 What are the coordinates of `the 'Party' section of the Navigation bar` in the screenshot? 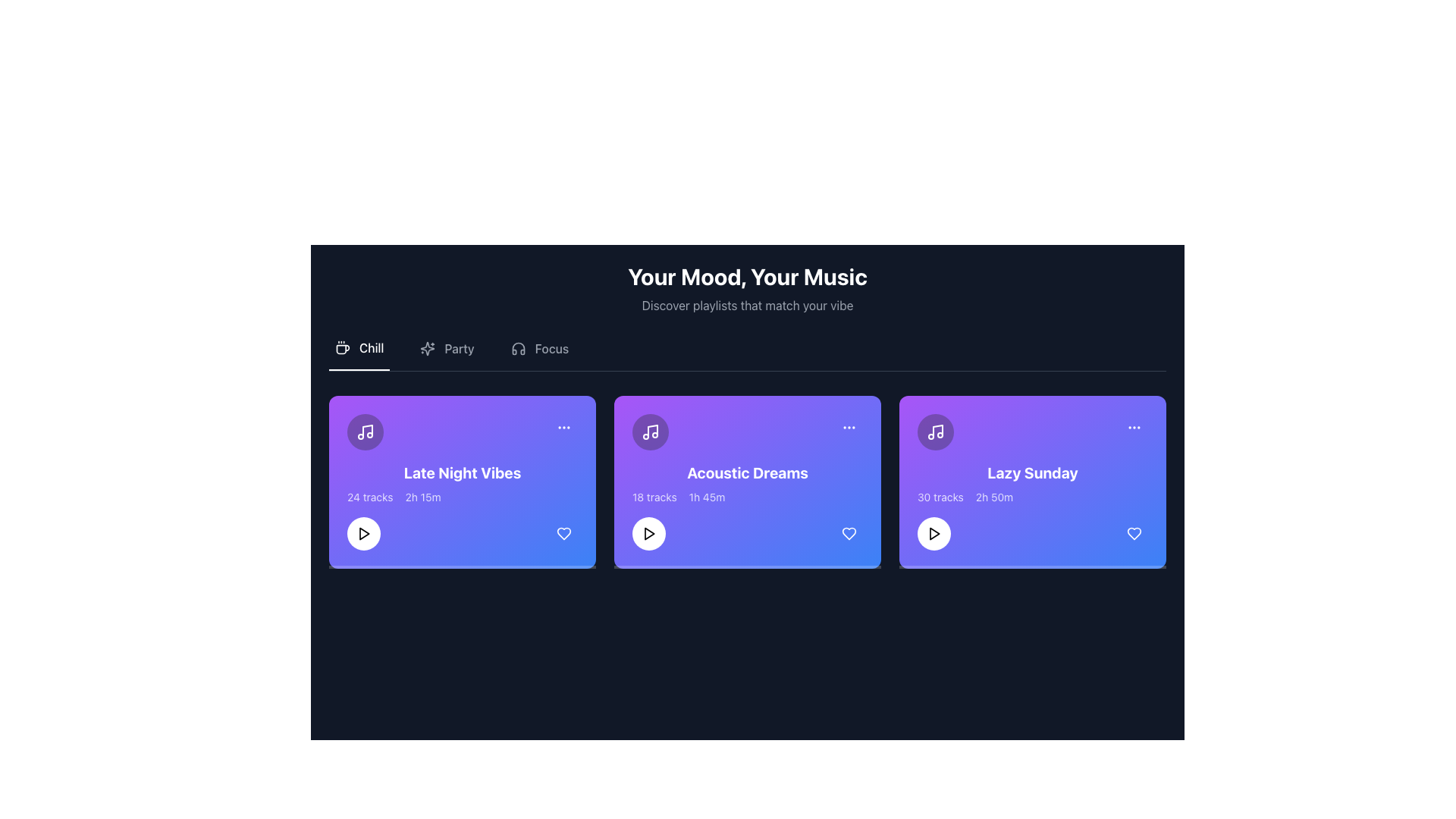 It's located at (747, 354).